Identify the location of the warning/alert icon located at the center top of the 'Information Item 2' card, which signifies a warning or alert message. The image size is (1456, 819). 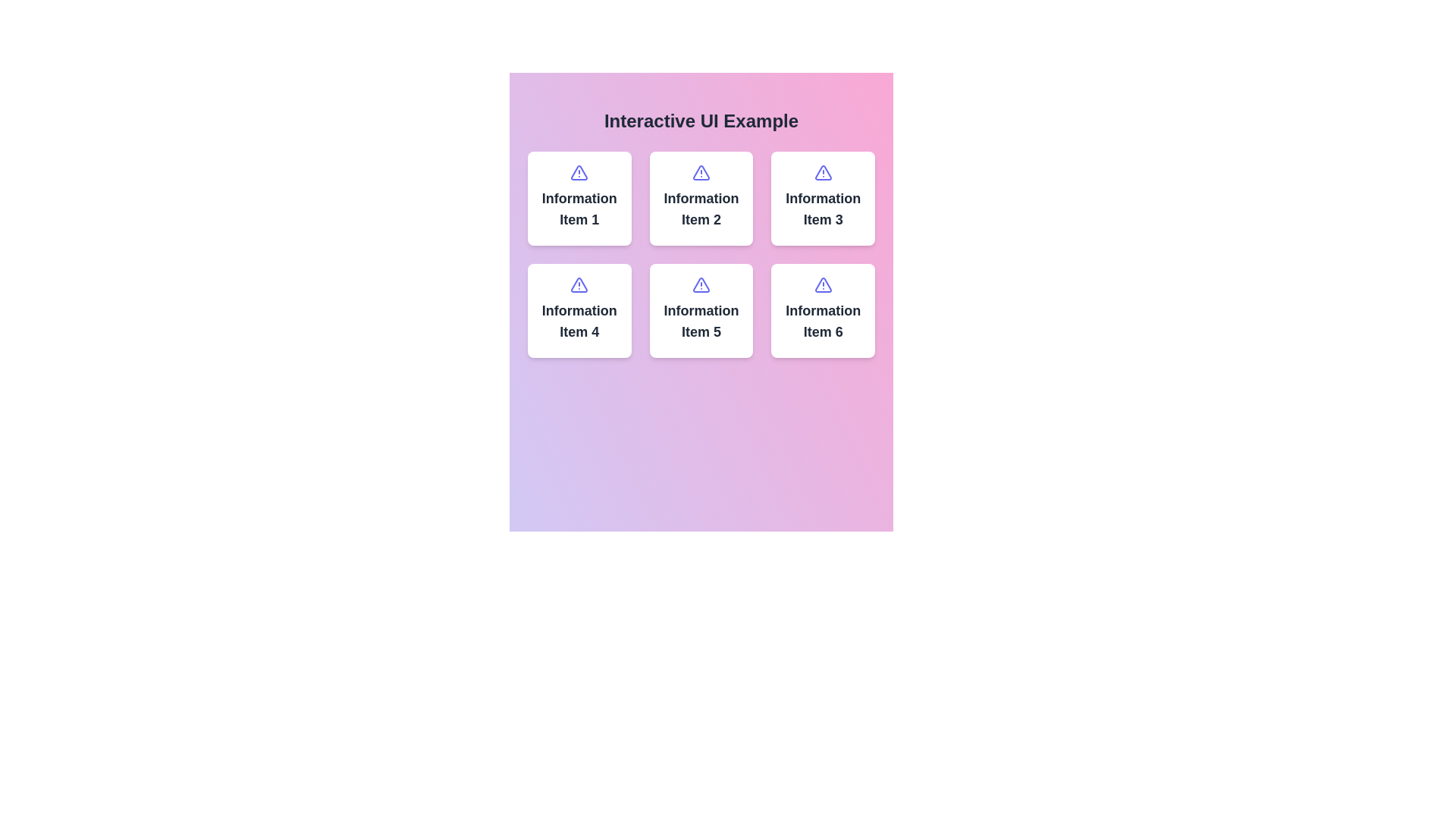
(701, 171).